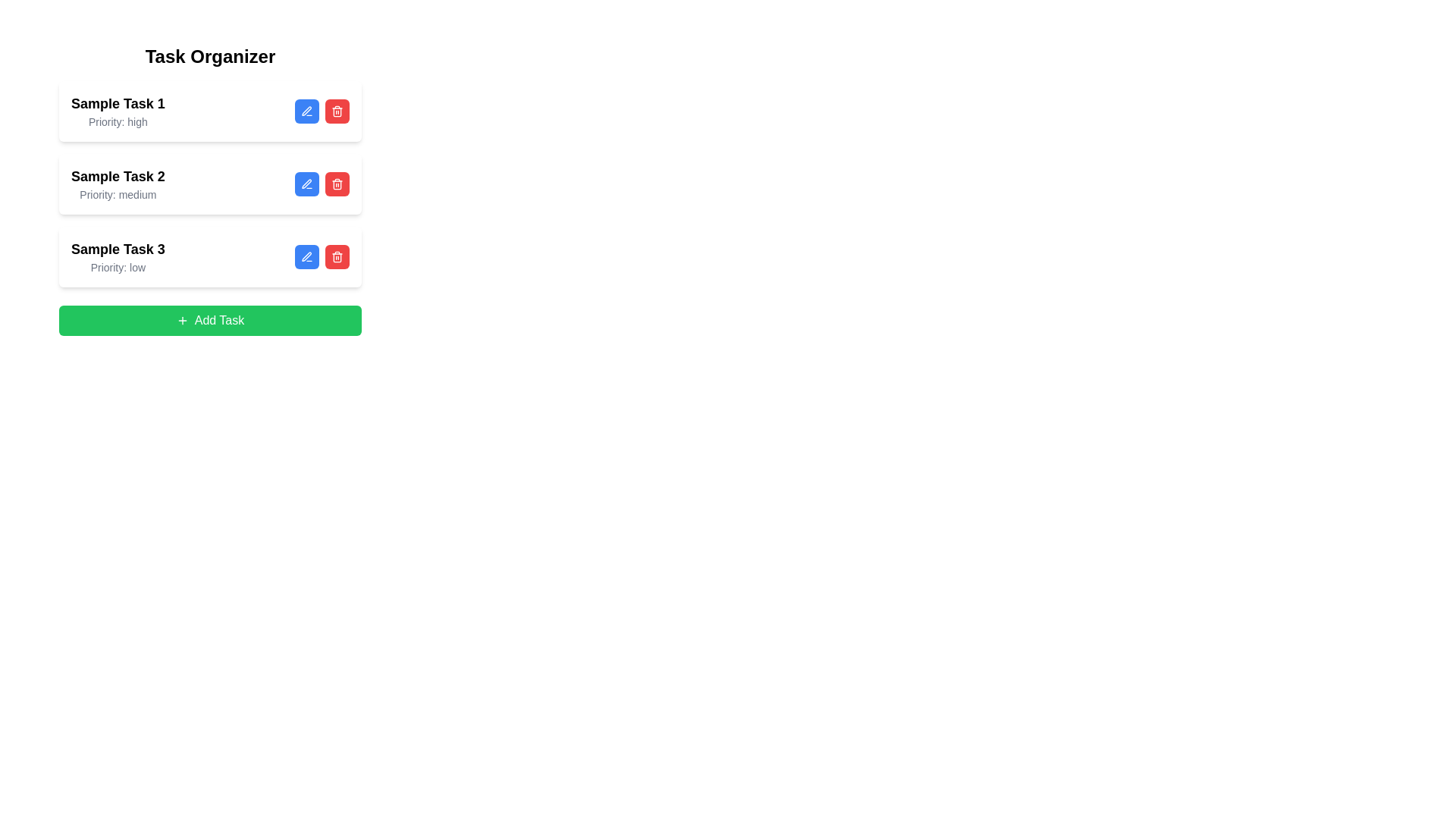 This screenshot has height=819, width=1456. What do you see at coordinates (337, 184) in the screenshot?
I see `the red rounded rectangular button with a white trash can icon, located to the right of 'Sample Task 2' and the blue edit button` at bounding box center [337, 184].